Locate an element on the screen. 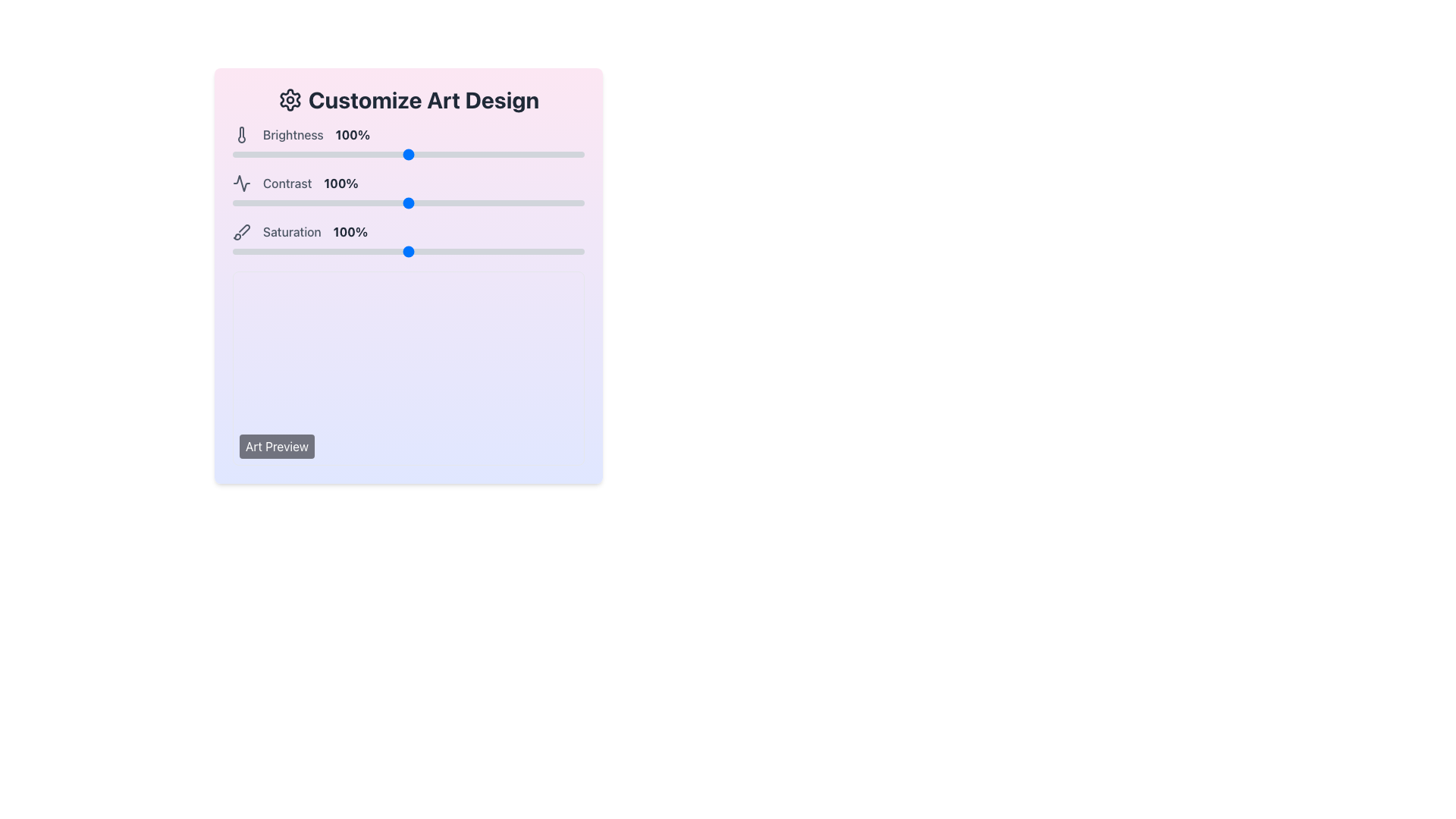  the saturation level is located at coordinates (322, 250).